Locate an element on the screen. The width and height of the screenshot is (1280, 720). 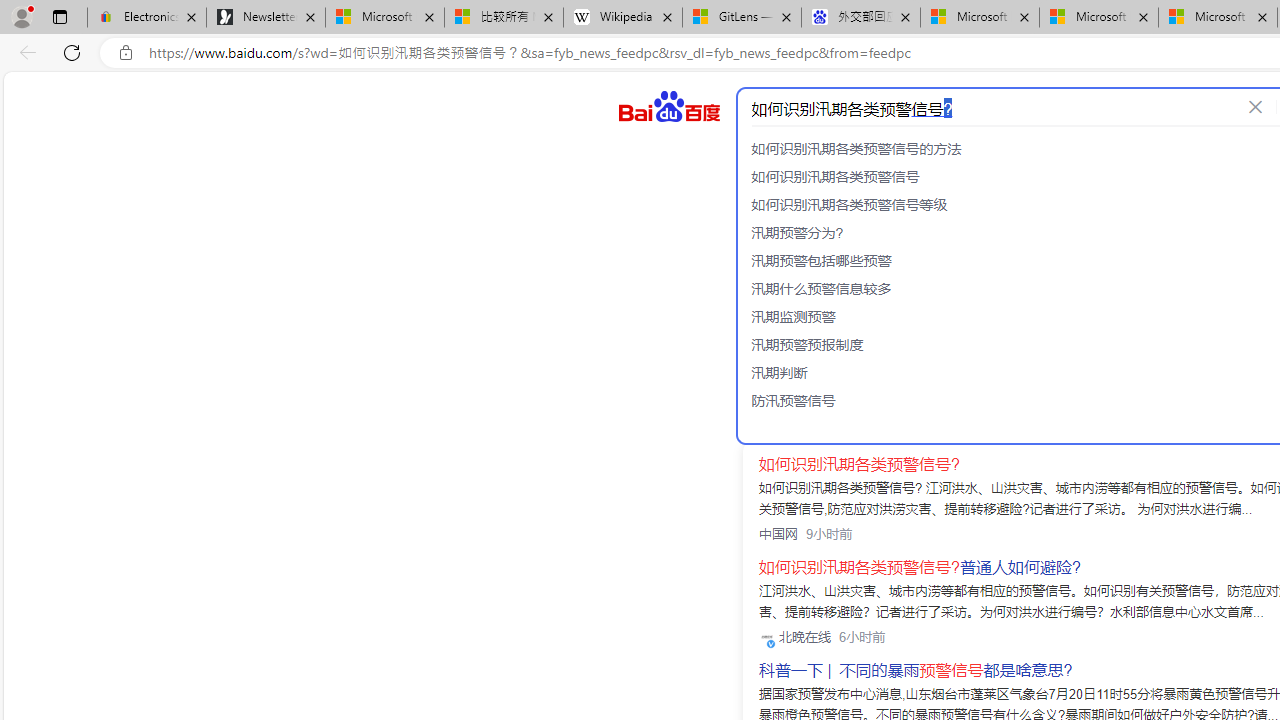
'Electronics, Cars, Fashion, Collectibles & More | eBay' is located at coordinates (146, 17).